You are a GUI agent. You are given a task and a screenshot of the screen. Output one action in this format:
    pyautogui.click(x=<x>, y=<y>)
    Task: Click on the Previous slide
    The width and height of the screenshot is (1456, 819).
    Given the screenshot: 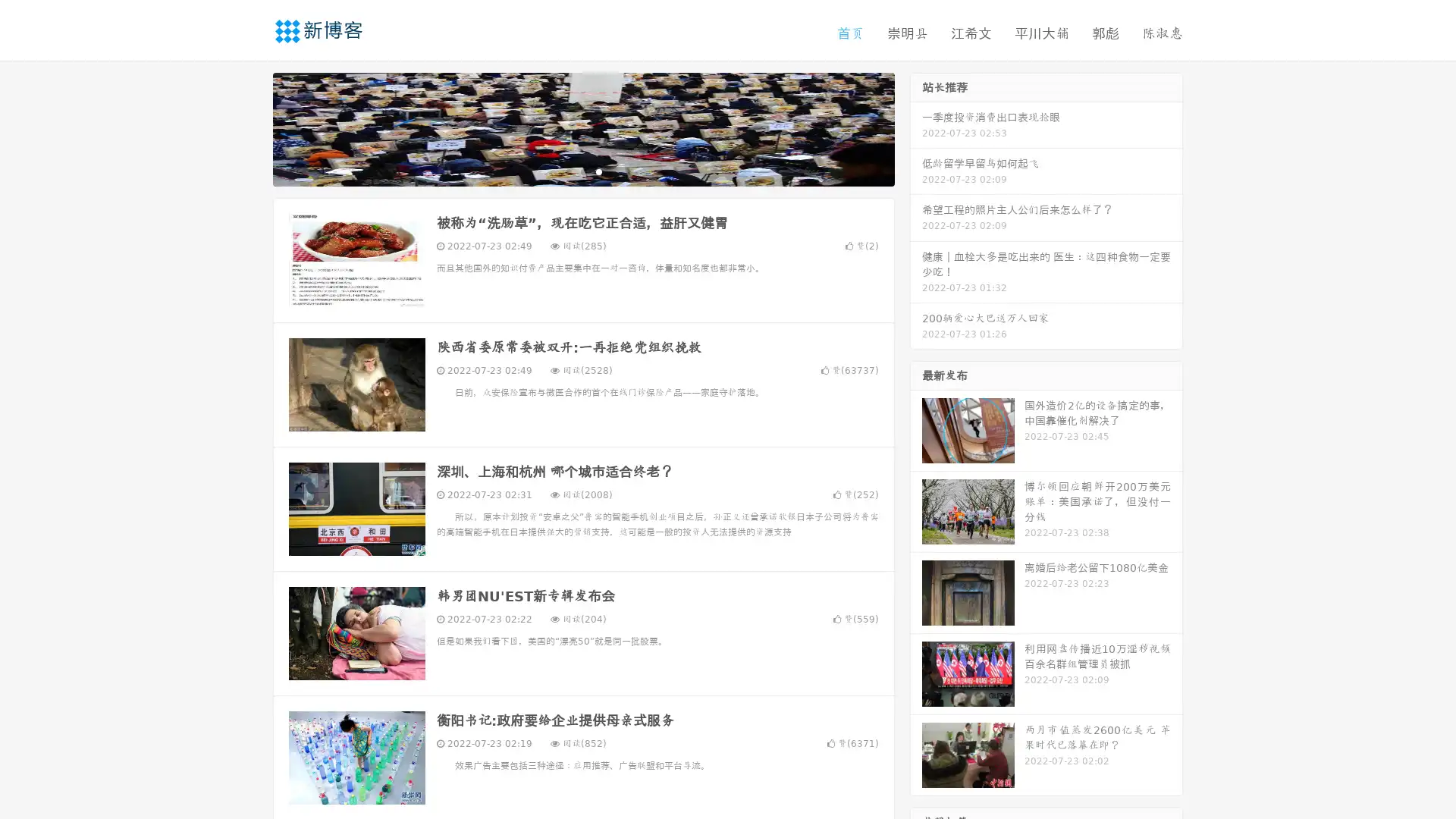 What is the action you would take?
    pyautogui.click(x=250, y=127)
    